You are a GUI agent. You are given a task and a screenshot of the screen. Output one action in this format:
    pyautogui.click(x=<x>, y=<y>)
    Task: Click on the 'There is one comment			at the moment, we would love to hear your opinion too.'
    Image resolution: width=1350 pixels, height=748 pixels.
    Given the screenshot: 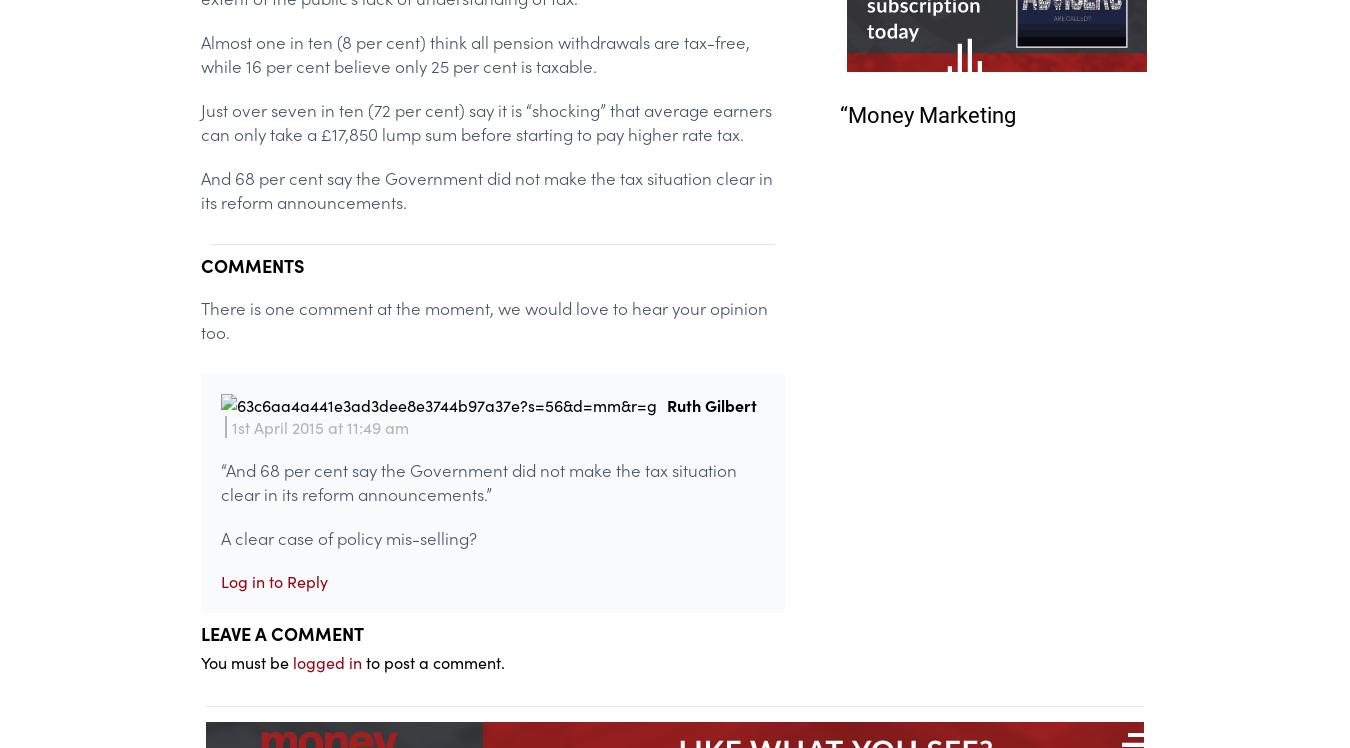 What is the action you would take?
    pyautogui.click(x=483, y=319)
    